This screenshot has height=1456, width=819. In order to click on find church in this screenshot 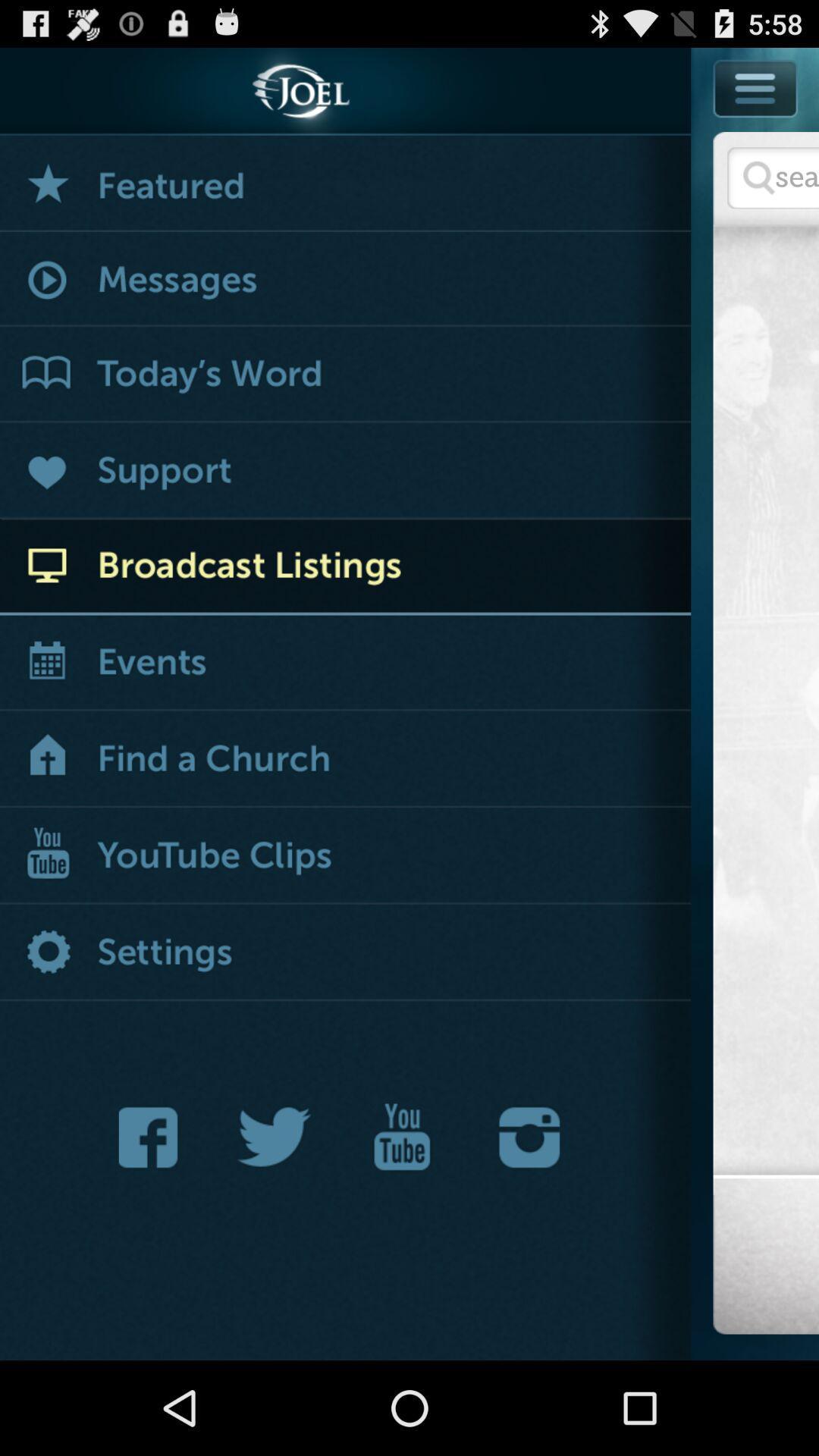, I will do `click(345, 760)`.